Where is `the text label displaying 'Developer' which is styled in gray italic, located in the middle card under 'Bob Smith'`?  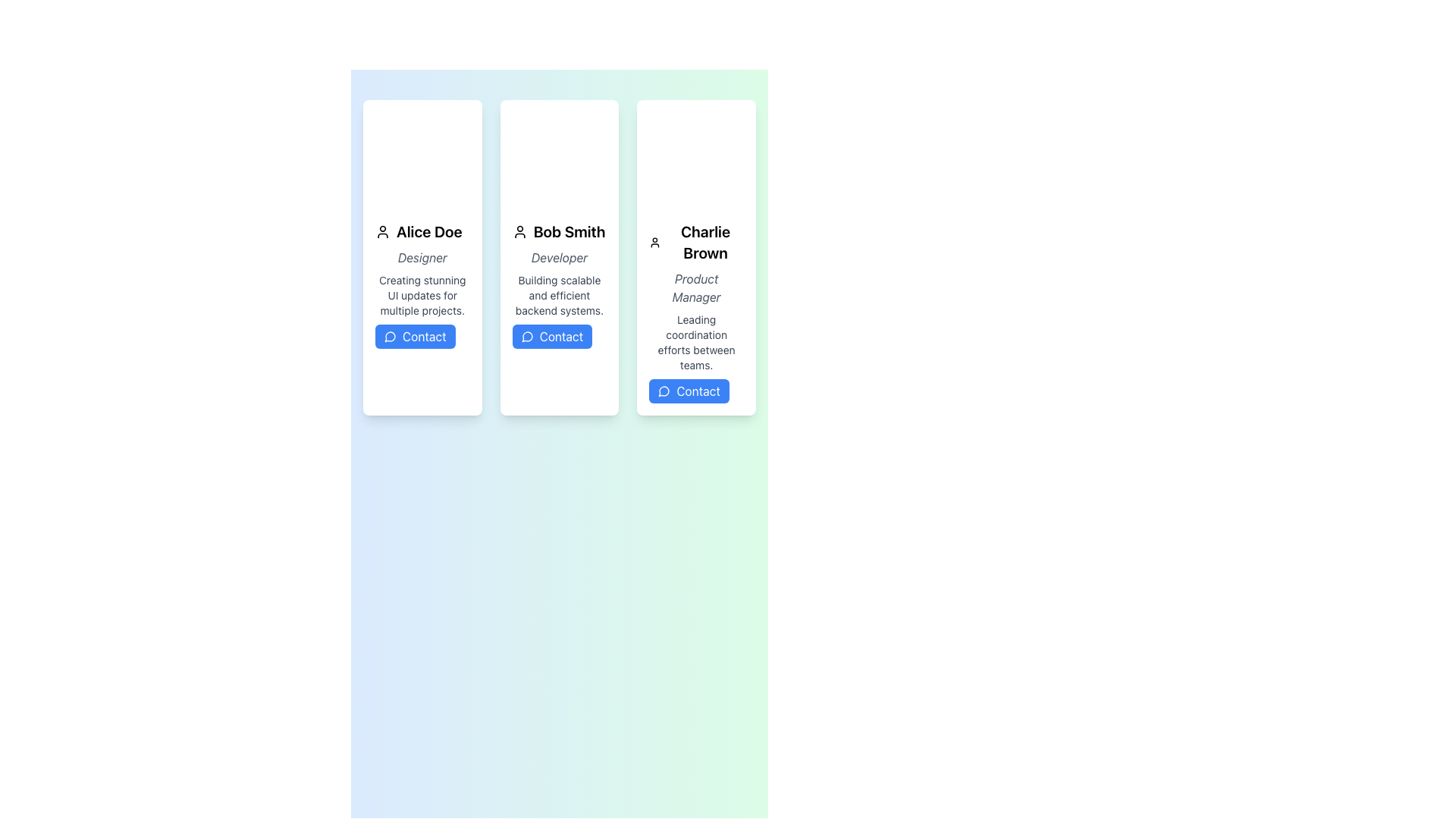
the text label displaying 'Developer' which is styled in gray italic, located in the middle card under 'Bob Smith' is located at coordinates (559, 256).